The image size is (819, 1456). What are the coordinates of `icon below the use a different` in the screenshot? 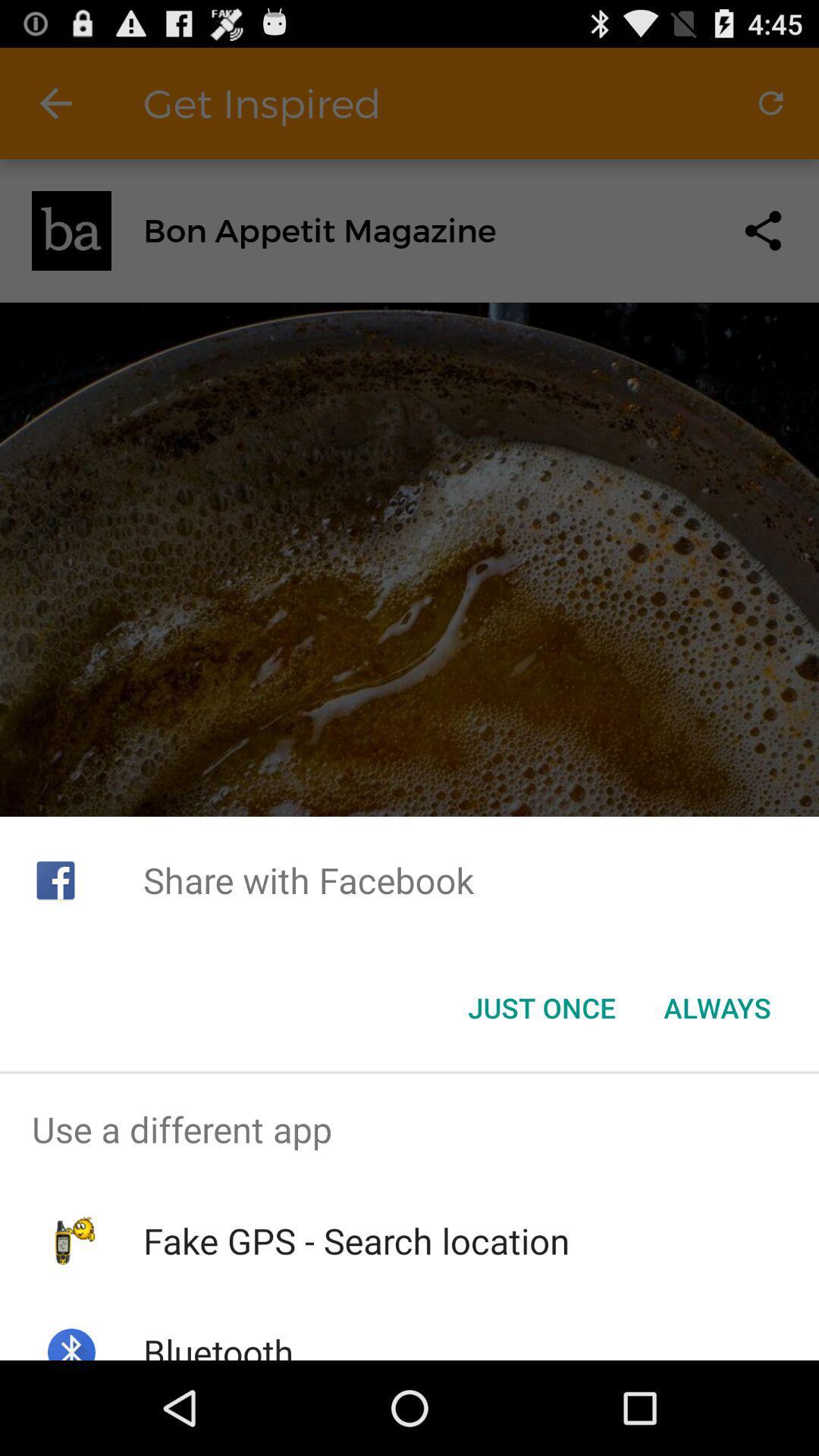 It's located at (356, 1241).